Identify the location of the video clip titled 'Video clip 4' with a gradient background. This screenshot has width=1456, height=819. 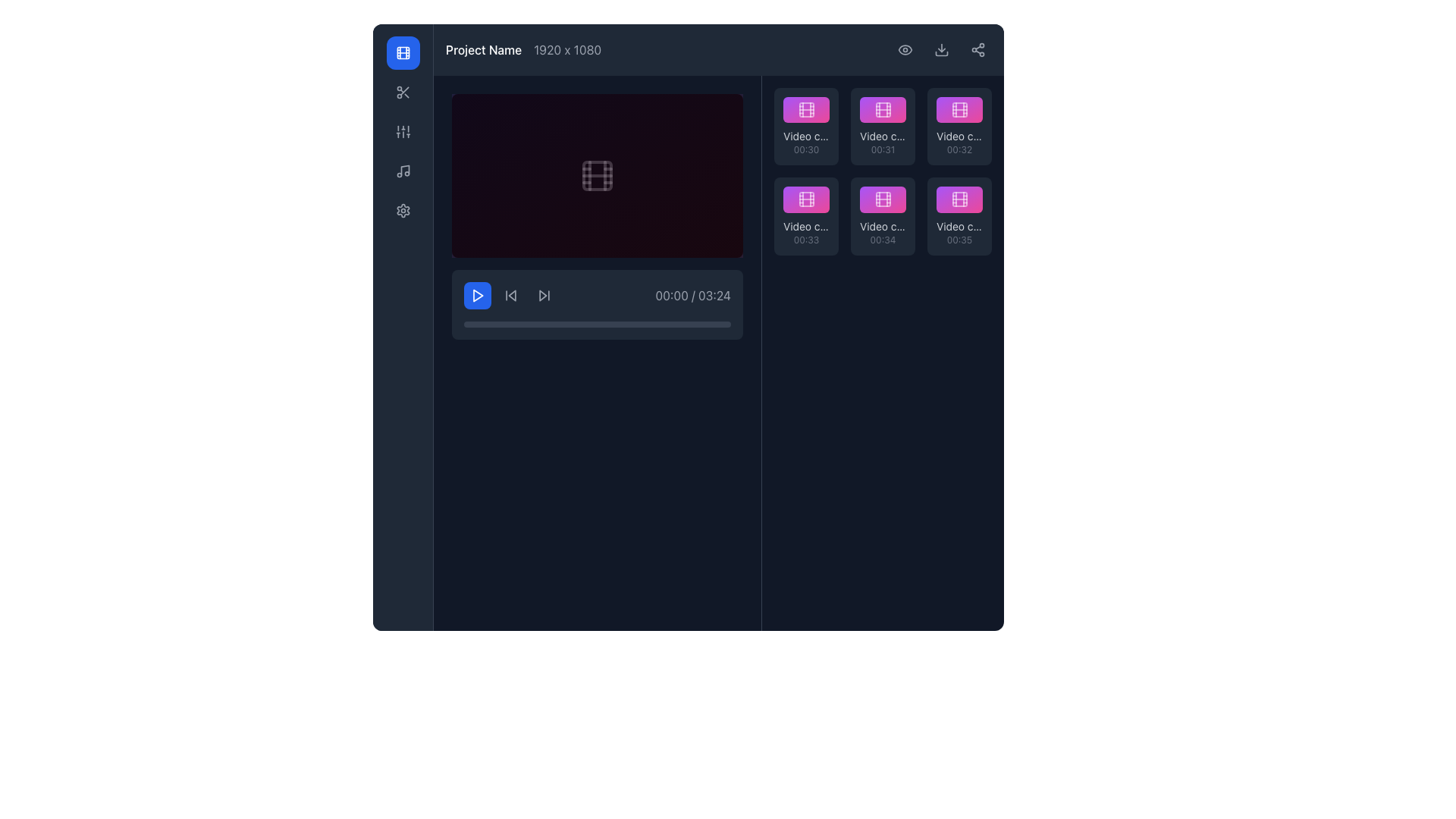
(805, 199).